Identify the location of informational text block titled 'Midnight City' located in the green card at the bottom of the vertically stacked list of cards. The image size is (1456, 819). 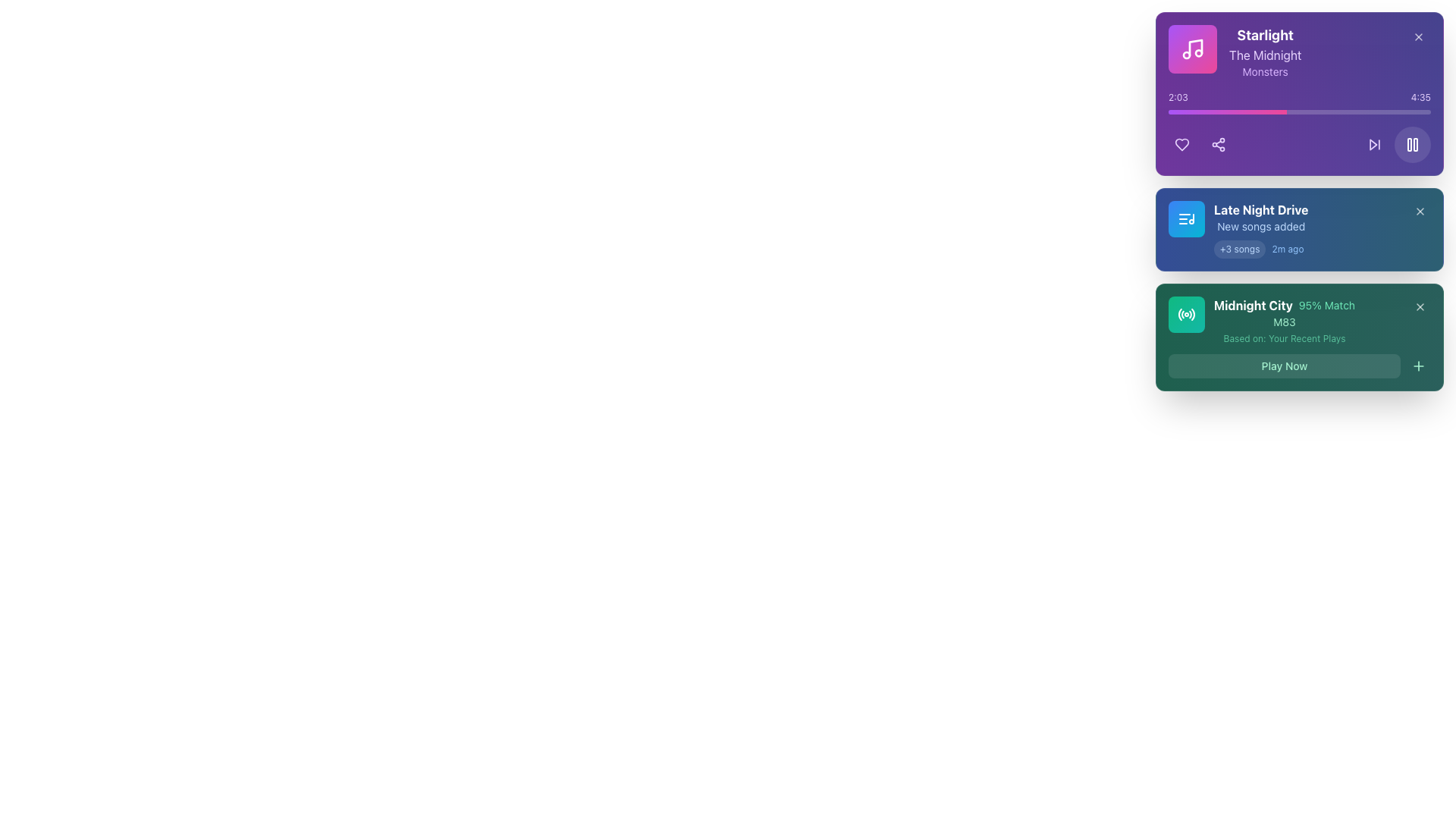
(1284, 320).